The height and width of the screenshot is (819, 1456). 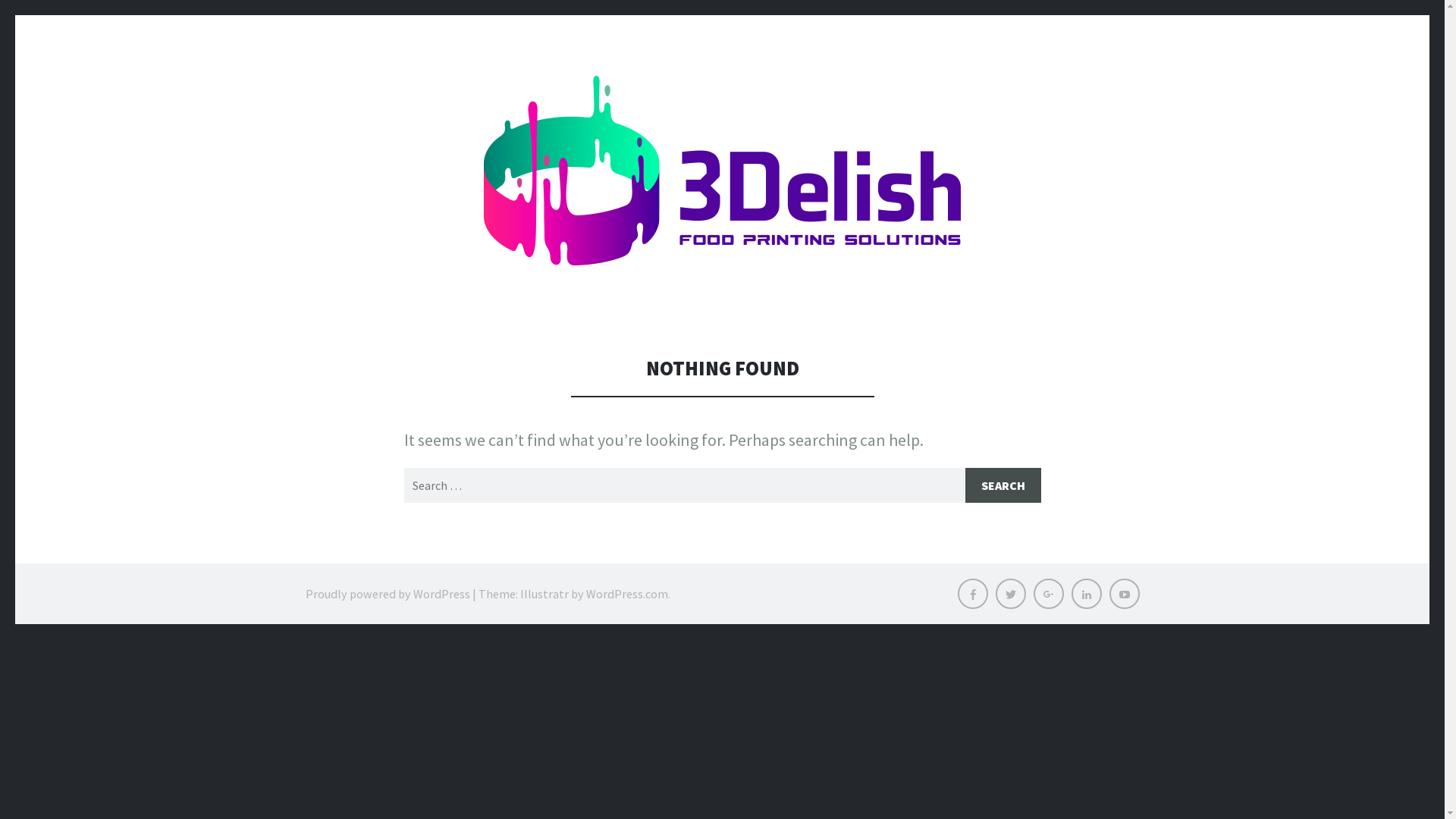 What do you see at coordinates (585, 593) in the screenshot?
I see `'WordPress.com'` at bounding box center [585, 593].